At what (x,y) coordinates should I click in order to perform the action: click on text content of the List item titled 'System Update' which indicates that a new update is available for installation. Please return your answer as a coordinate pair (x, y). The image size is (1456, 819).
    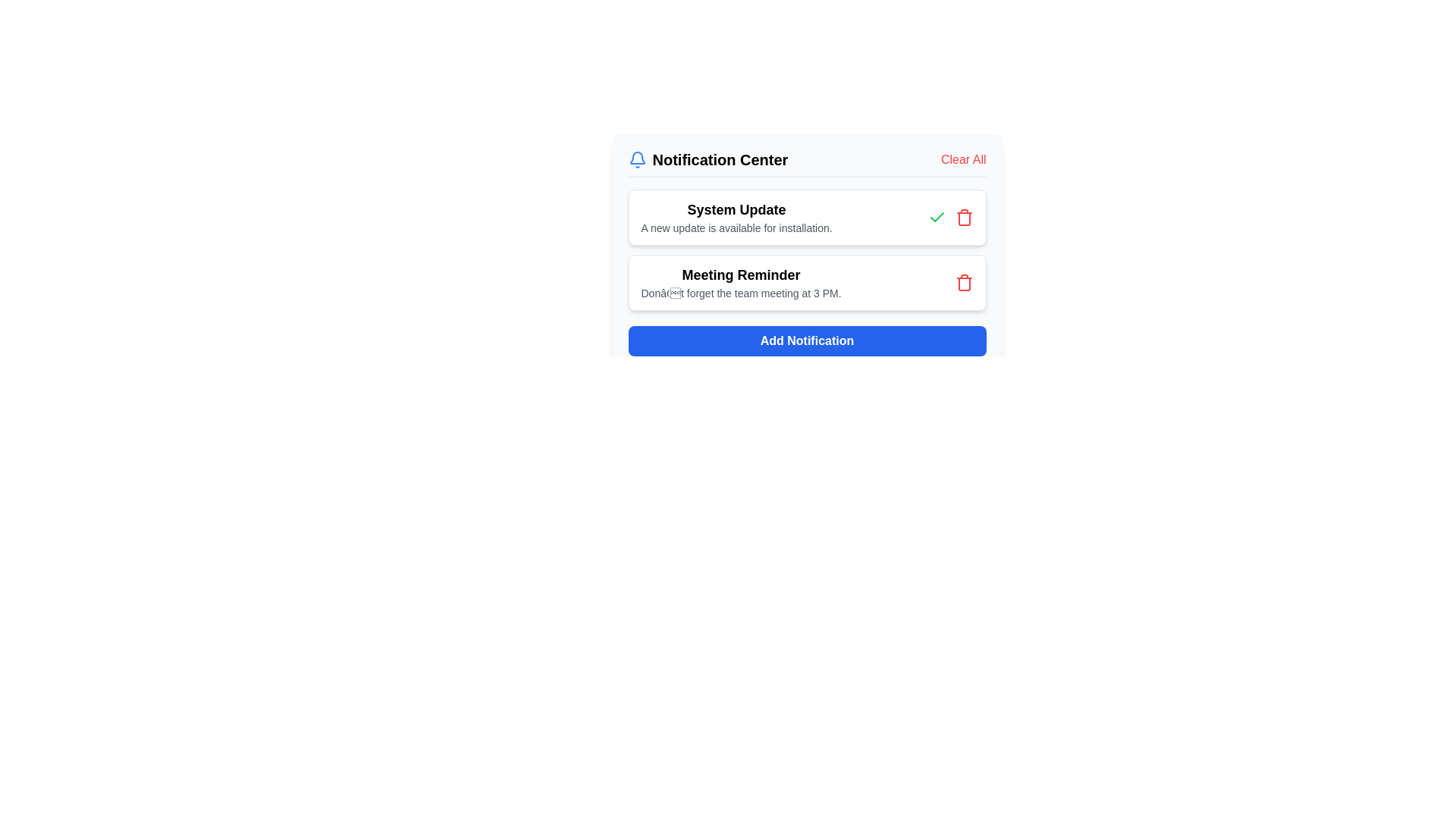
    Looking at the image, I should click on (736, 217).